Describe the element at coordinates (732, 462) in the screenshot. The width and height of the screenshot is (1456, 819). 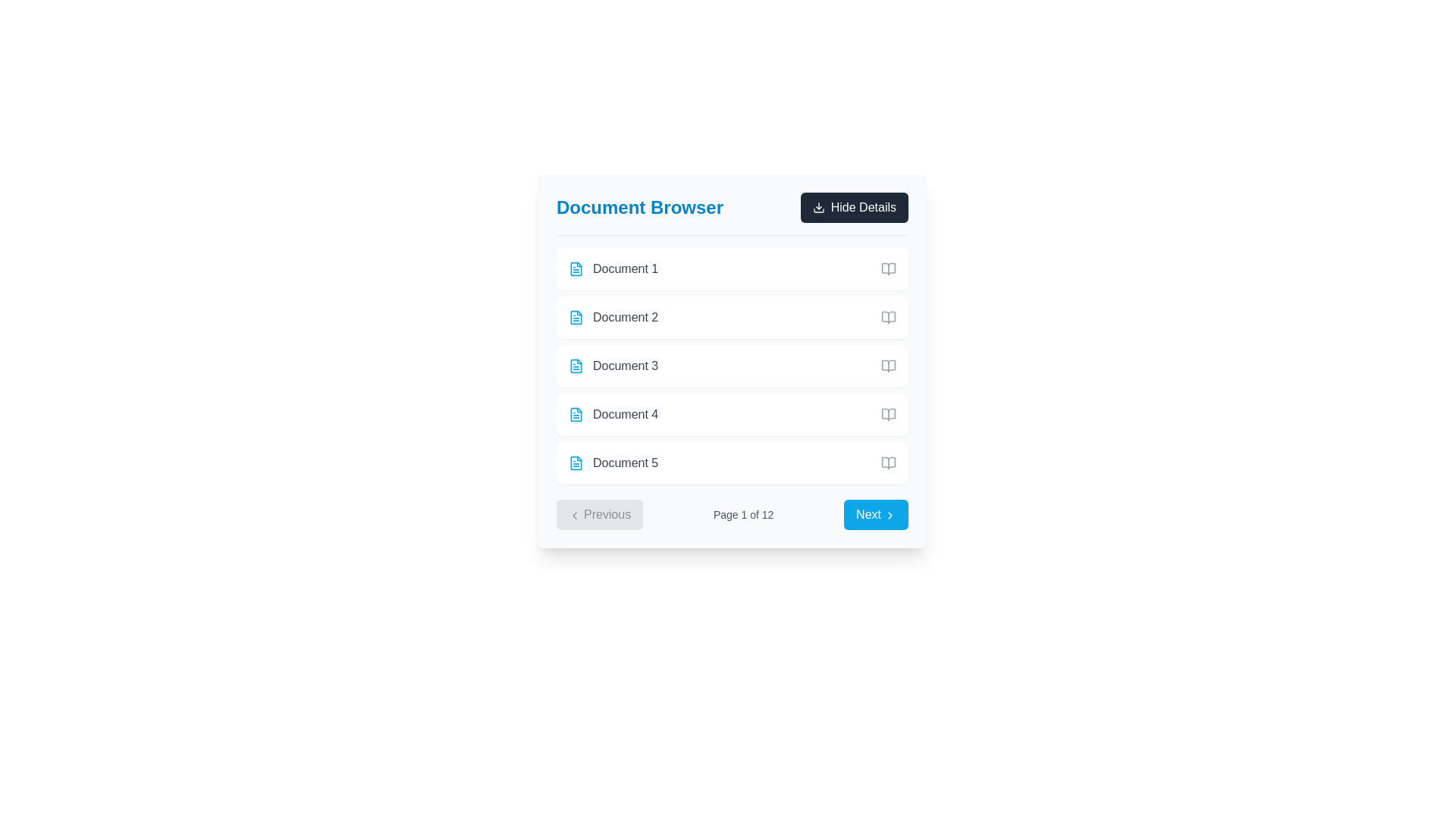
I see `the document item titled 'Document 5' in the Document Browser list, which is the fifth item in the vertical stack of cards` at that location.